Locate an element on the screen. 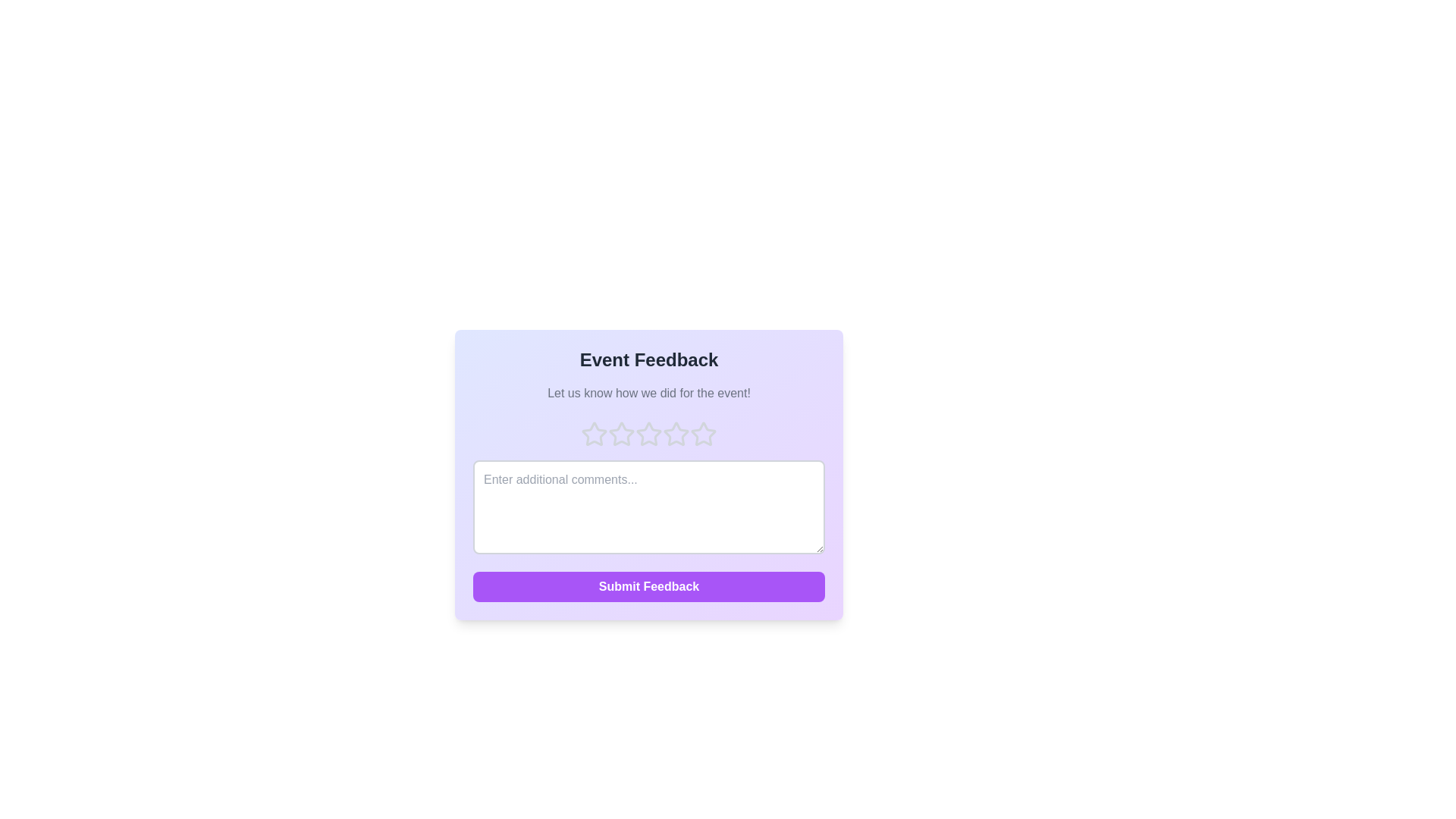 The image size is (1456, 819). the first star icon in the rating control is located at coordinates (593, 435).